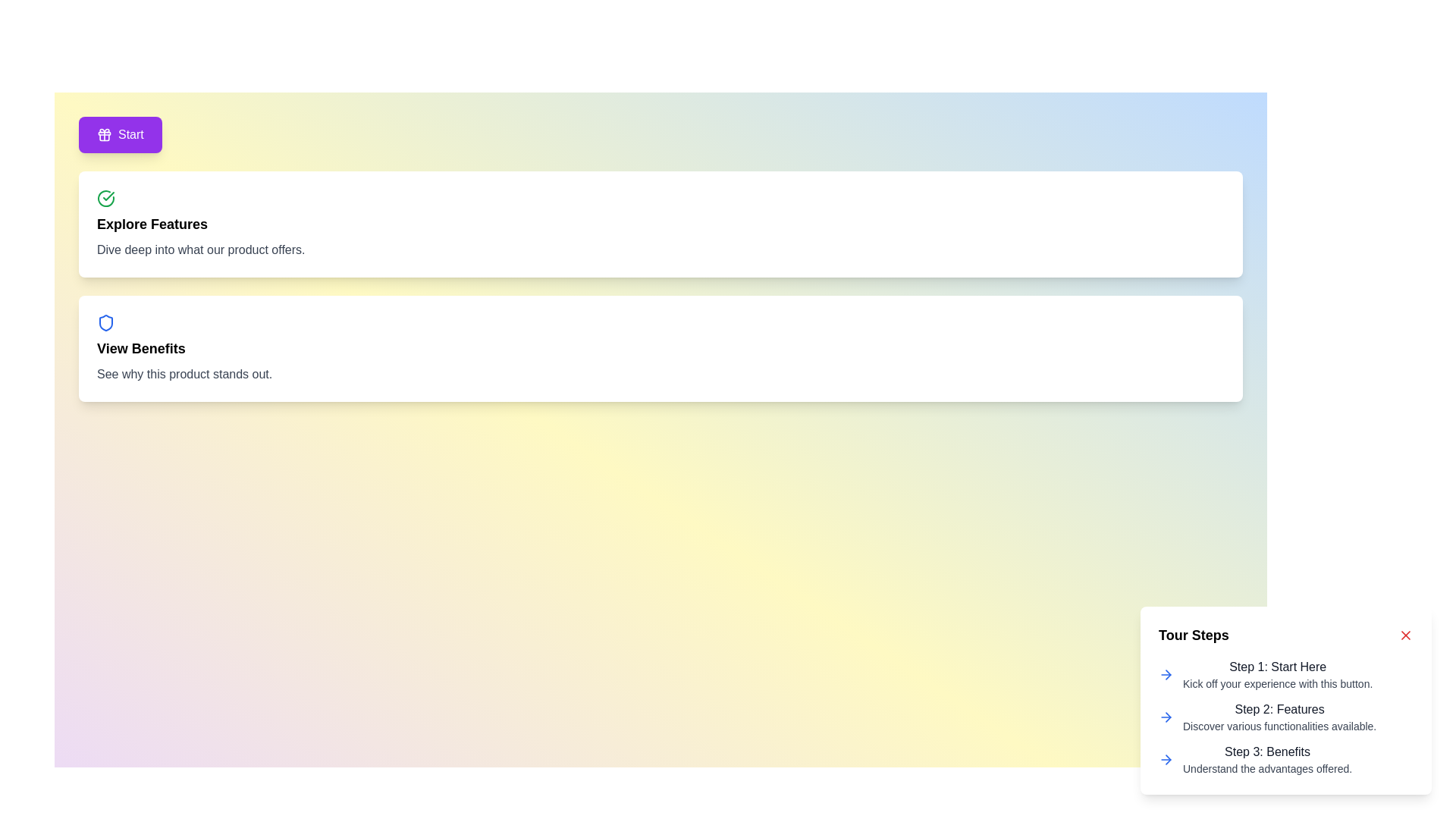 This screenshot has height=819, width=1456. What do you see at coordinates (1279, 710) in the screenshot?
I see `the text label that serves as the title for the second step in the guide, which is horizontally aligned with the description 'Discover various functionalities available.'` at bounding box center [1279, 710].